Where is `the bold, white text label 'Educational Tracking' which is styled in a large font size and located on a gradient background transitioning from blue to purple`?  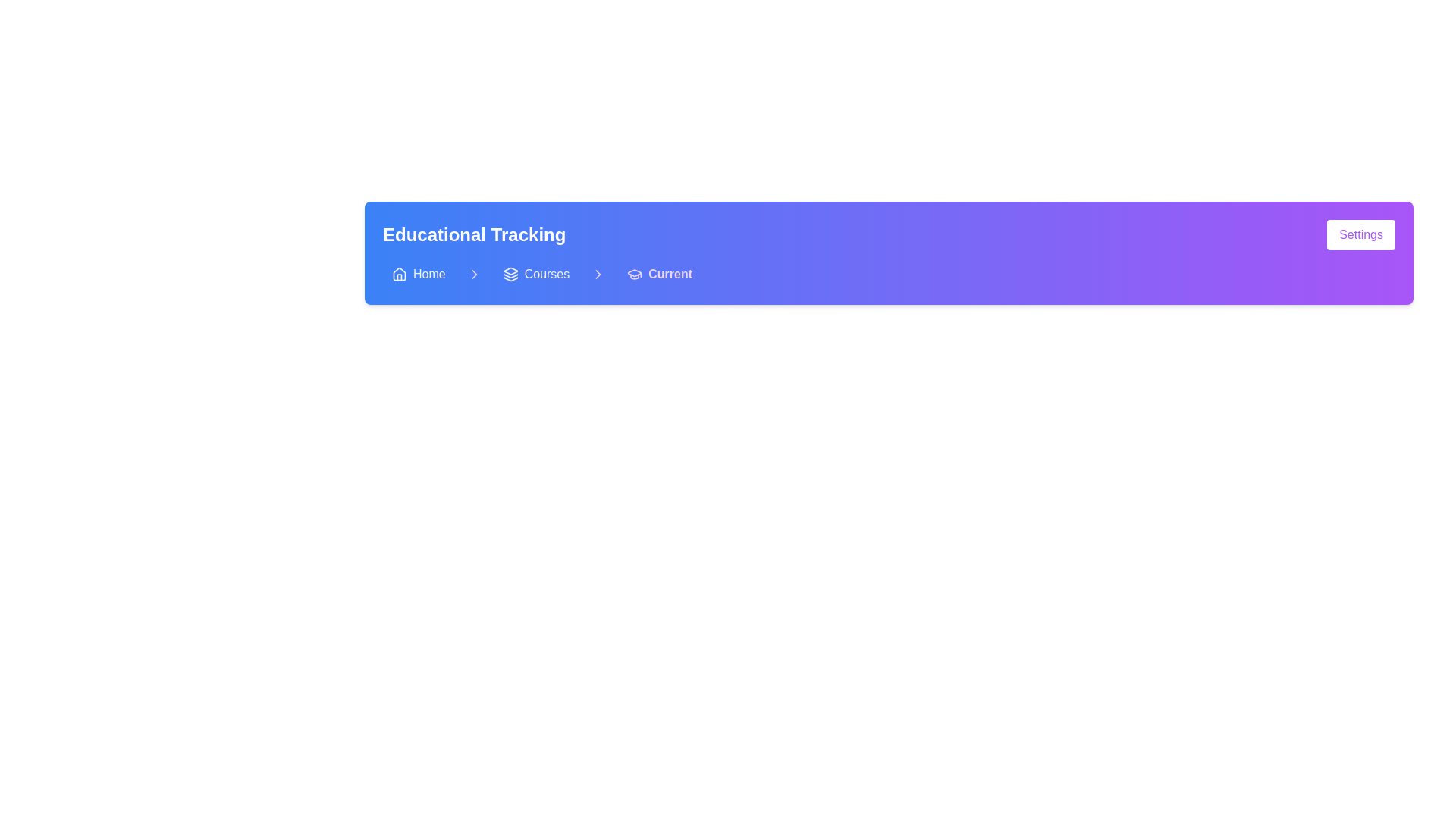 the bold, white text label 'Educational Tracking' which is styled in a large font size and located on a gradient background transitioning from blue to purple is located at coordinates (473, 234).